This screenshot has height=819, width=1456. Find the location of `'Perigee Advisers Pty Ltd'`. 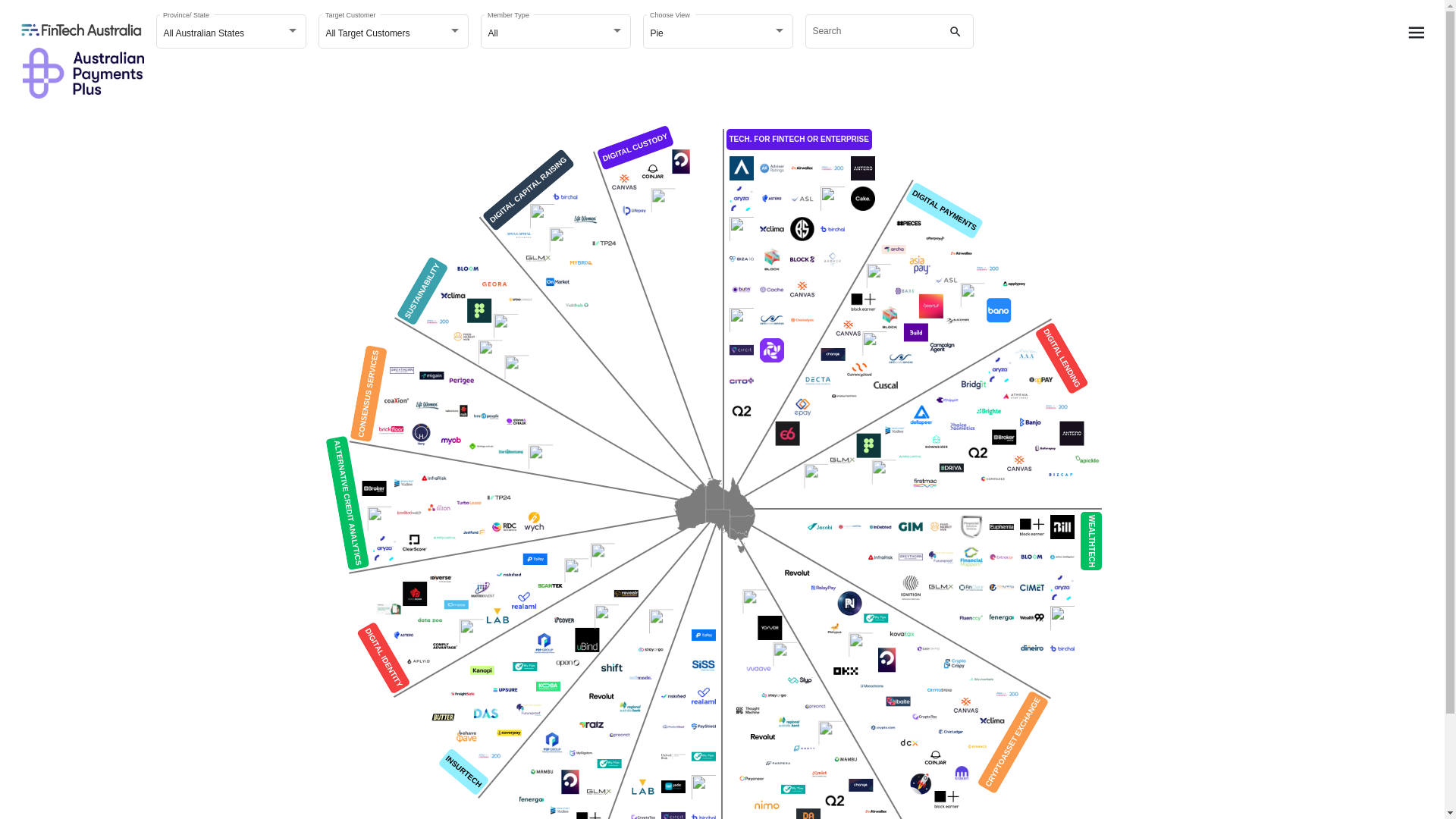

'Perigee Advisers Pty Ltd' is located at coordinates (460, 380).